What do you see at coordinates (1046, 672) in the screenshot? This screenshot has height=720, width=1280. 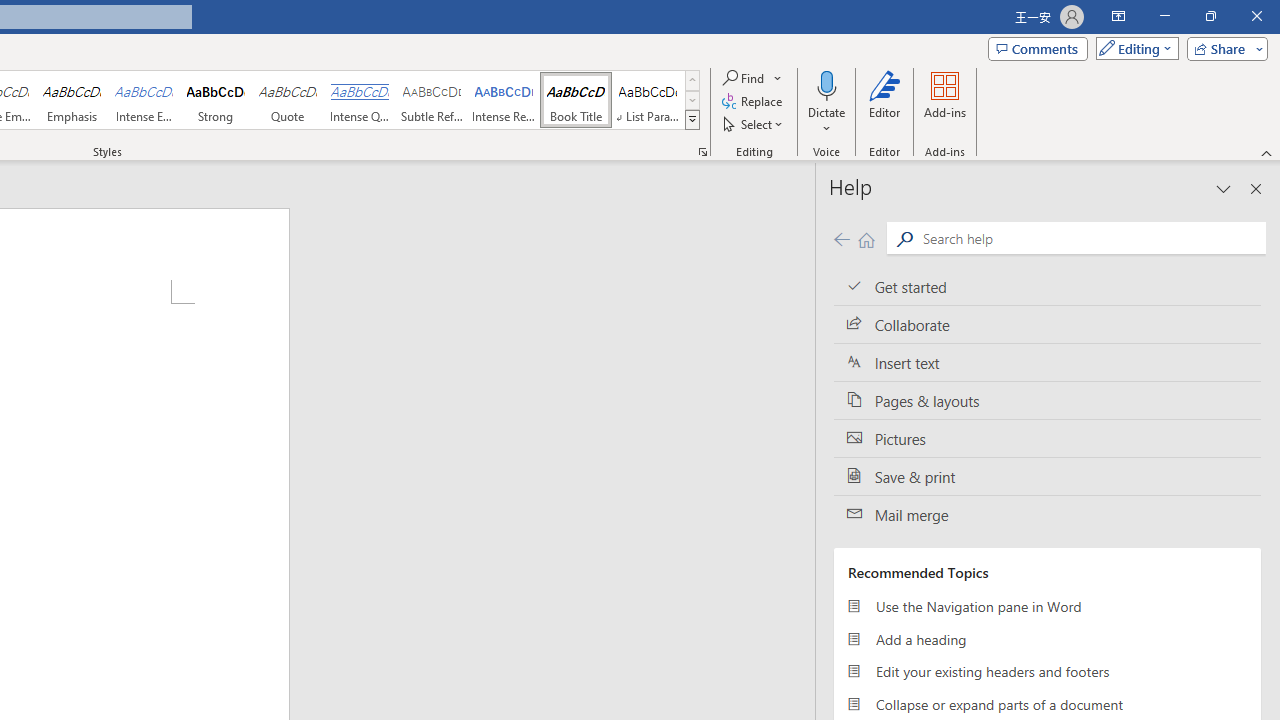 I see `'Edit your existing headers and footers'` at bounding box center [1046, 672].